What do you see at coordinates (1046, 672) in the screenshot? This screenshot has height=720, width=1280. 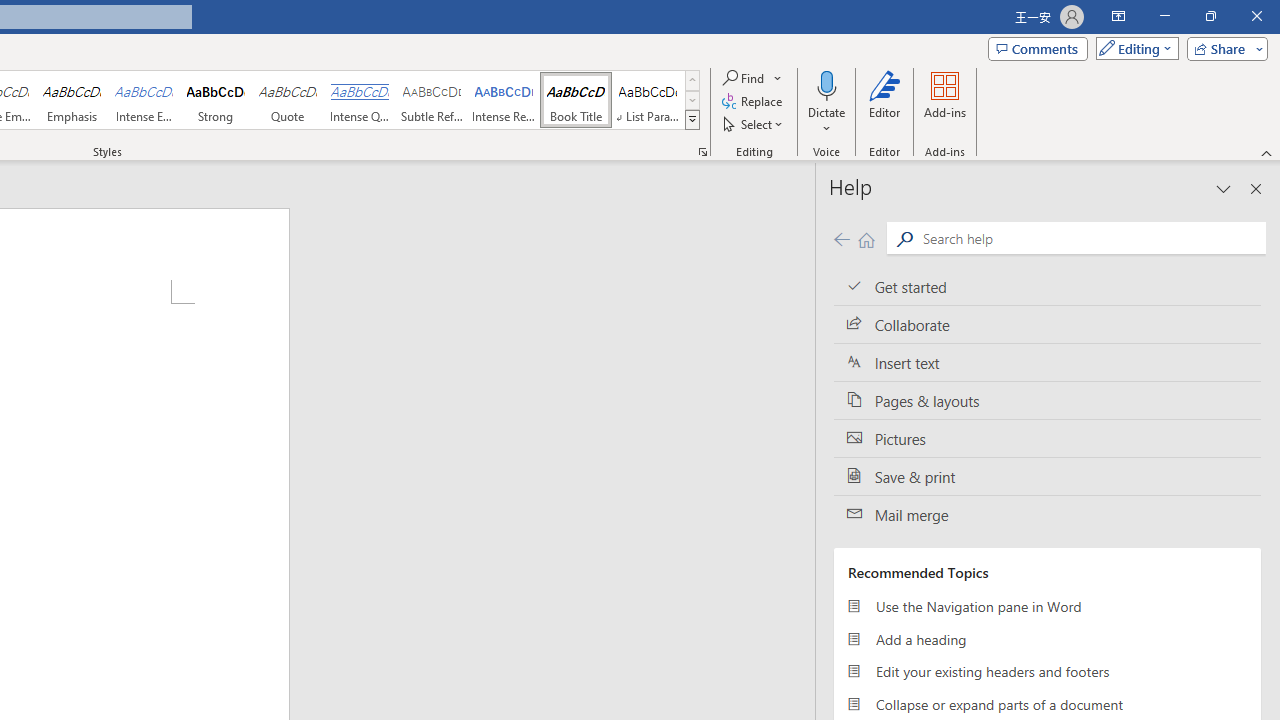 I see `'Edit your existing headers and footers'` at bounding box center [1046, 672].